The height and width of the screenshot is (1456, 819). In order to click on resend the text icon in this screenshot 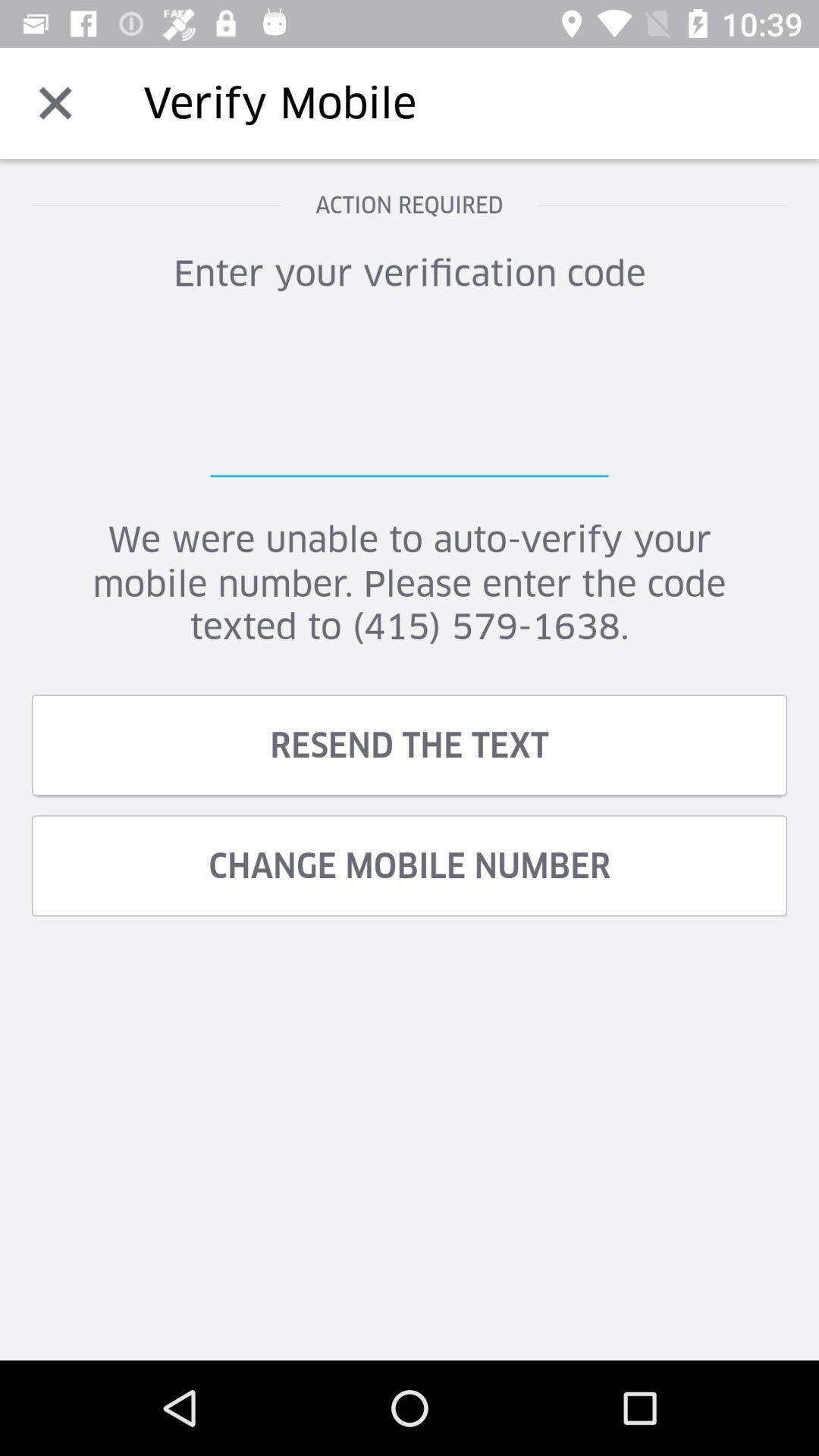, I will do `click(409, 745)`.